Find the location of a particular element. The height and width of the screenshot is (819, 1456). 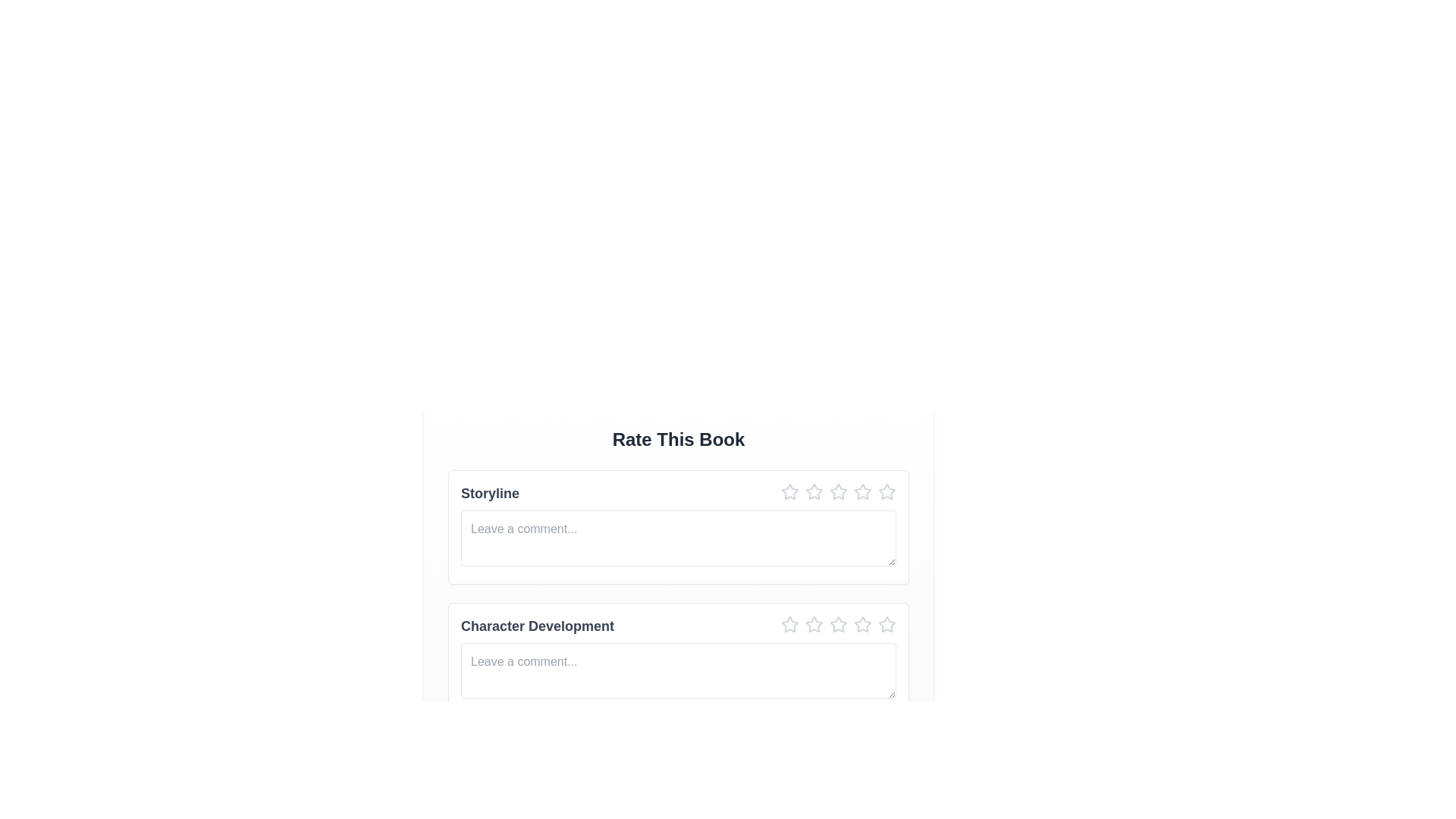

the third clickable rating star icon, which is part of a sequence of five stars located to the right of the 'Storyline' label is located at coordinates (814, 491).